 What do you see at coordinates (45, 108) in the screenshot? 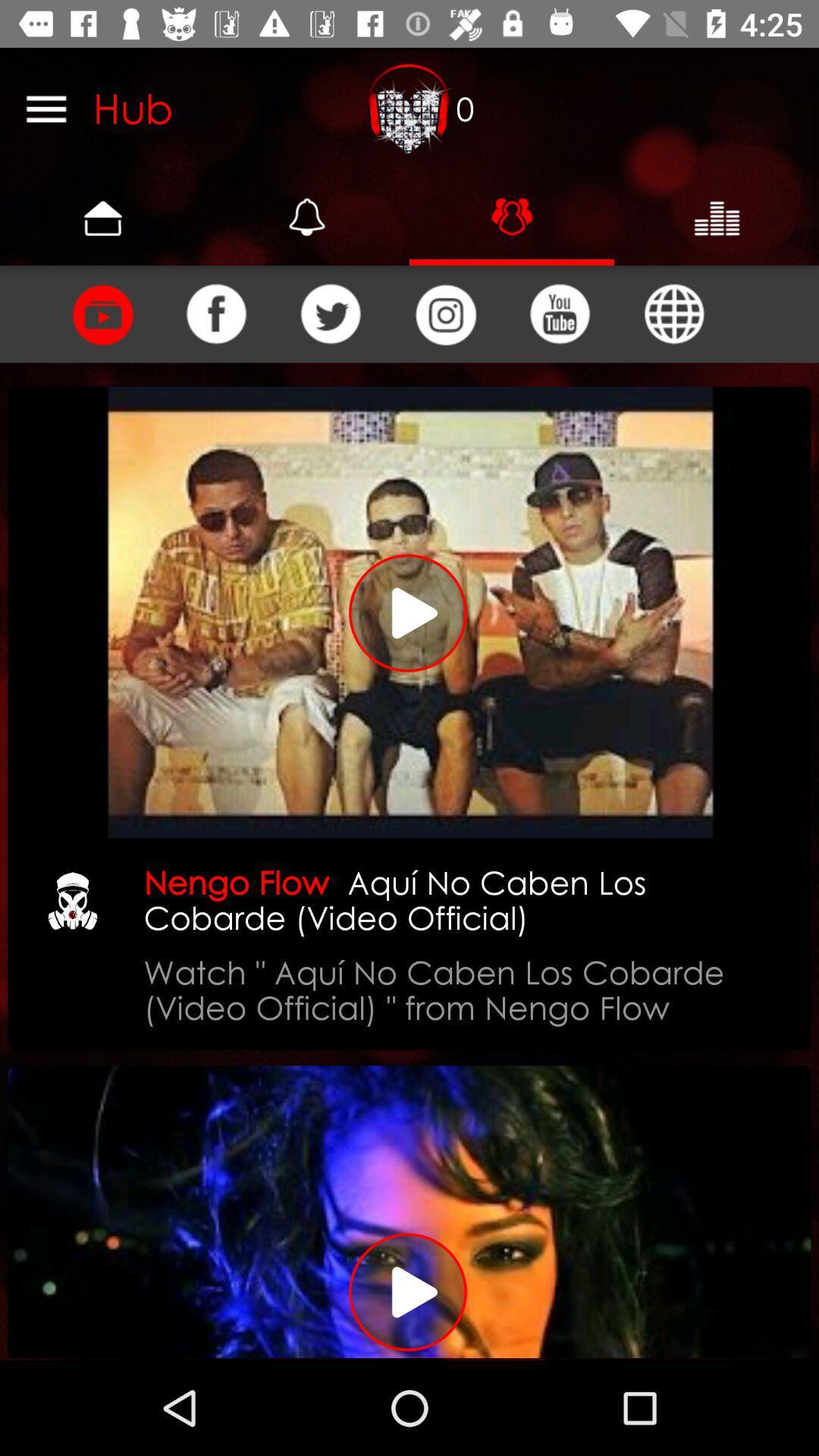
I see `the menu bar` at bounding box center [45, 108].